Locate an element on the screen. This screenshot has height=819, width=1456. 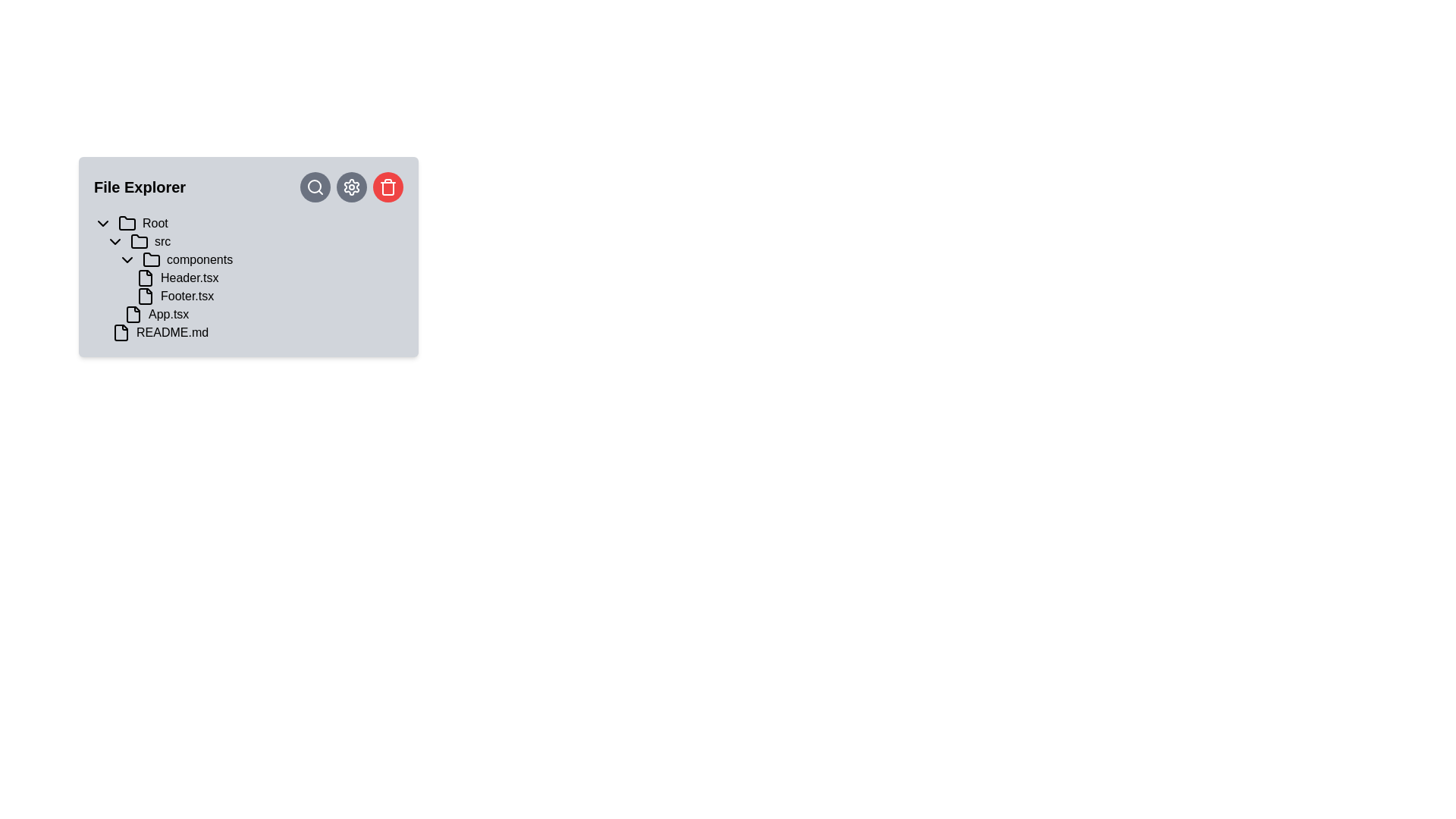
the folder icon representing the 'src' folder in the file explorer is located at coordinates (139, 240).